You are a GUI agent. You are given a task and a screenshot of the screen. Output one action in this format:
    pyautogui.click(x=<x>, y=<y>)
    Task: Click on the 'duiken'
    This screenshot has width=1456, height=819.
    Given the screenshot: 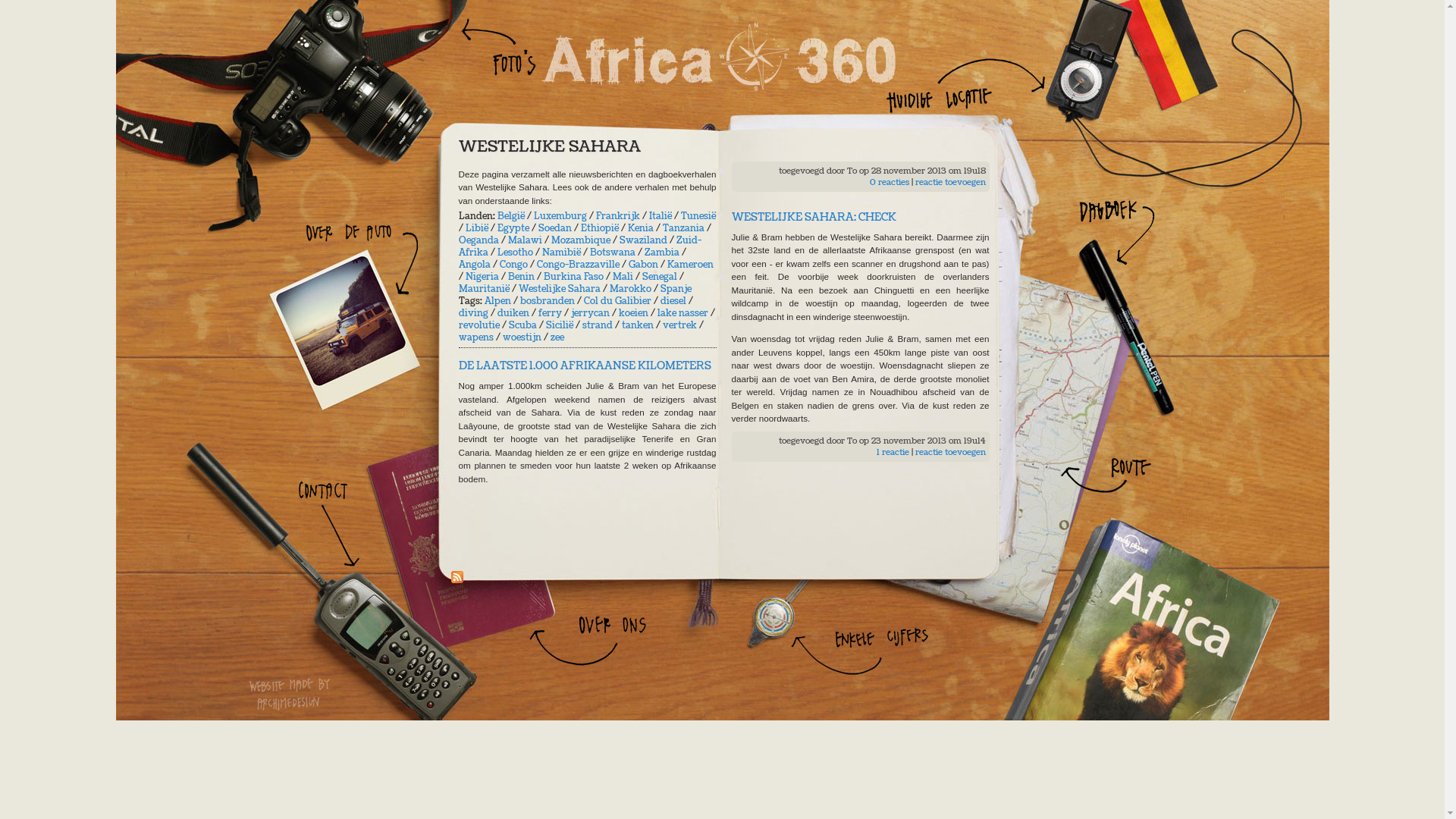 What is the action you would take?
    pyautogui.click(x=513, y=312)
    